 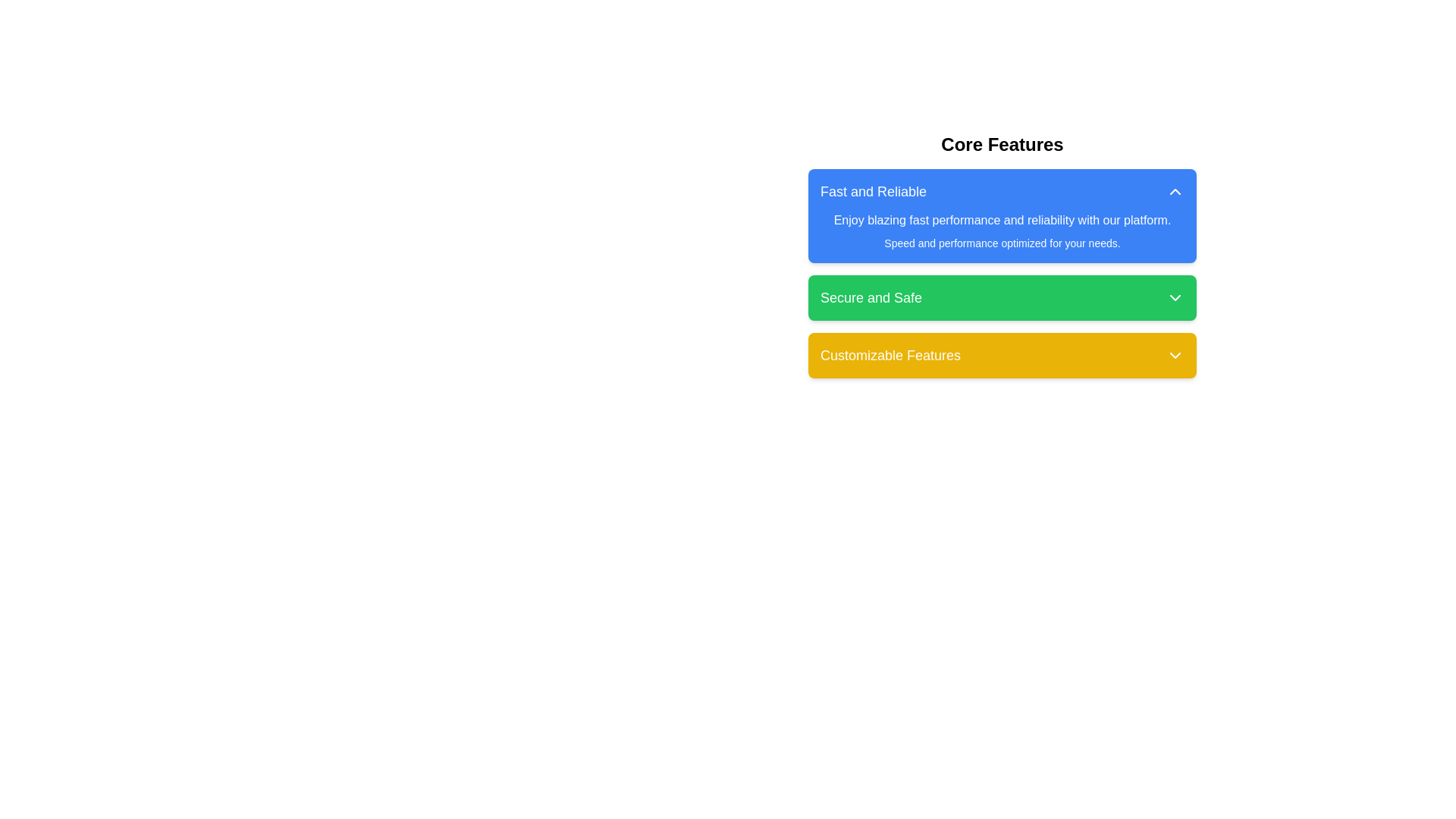 I want to click on the first Collapsible Section Group to read its core features information, so click(x=1002, y=254).